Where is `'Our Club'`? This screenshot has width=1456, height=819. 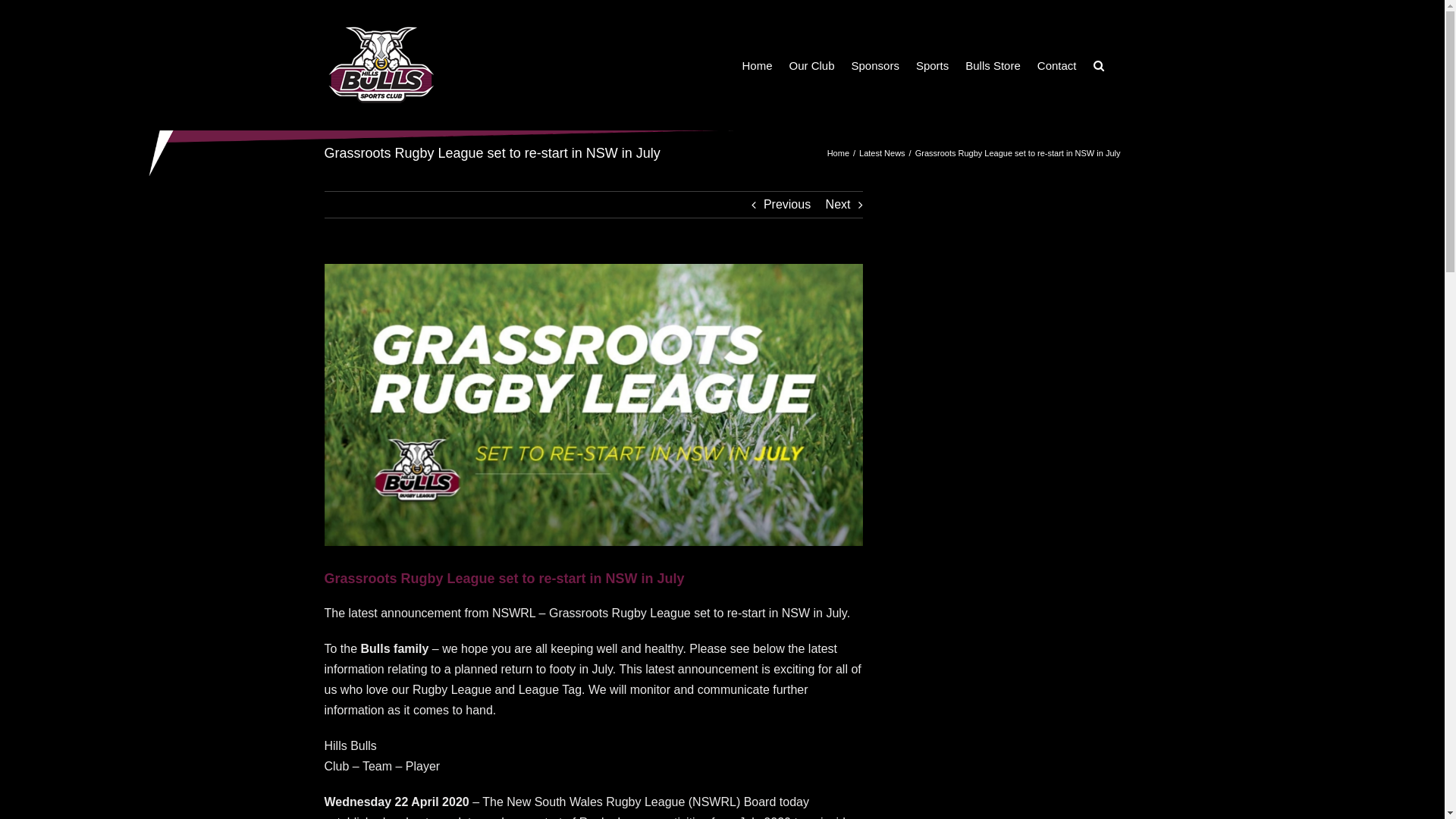 'Our Club' is located at coordinates (811, 64).